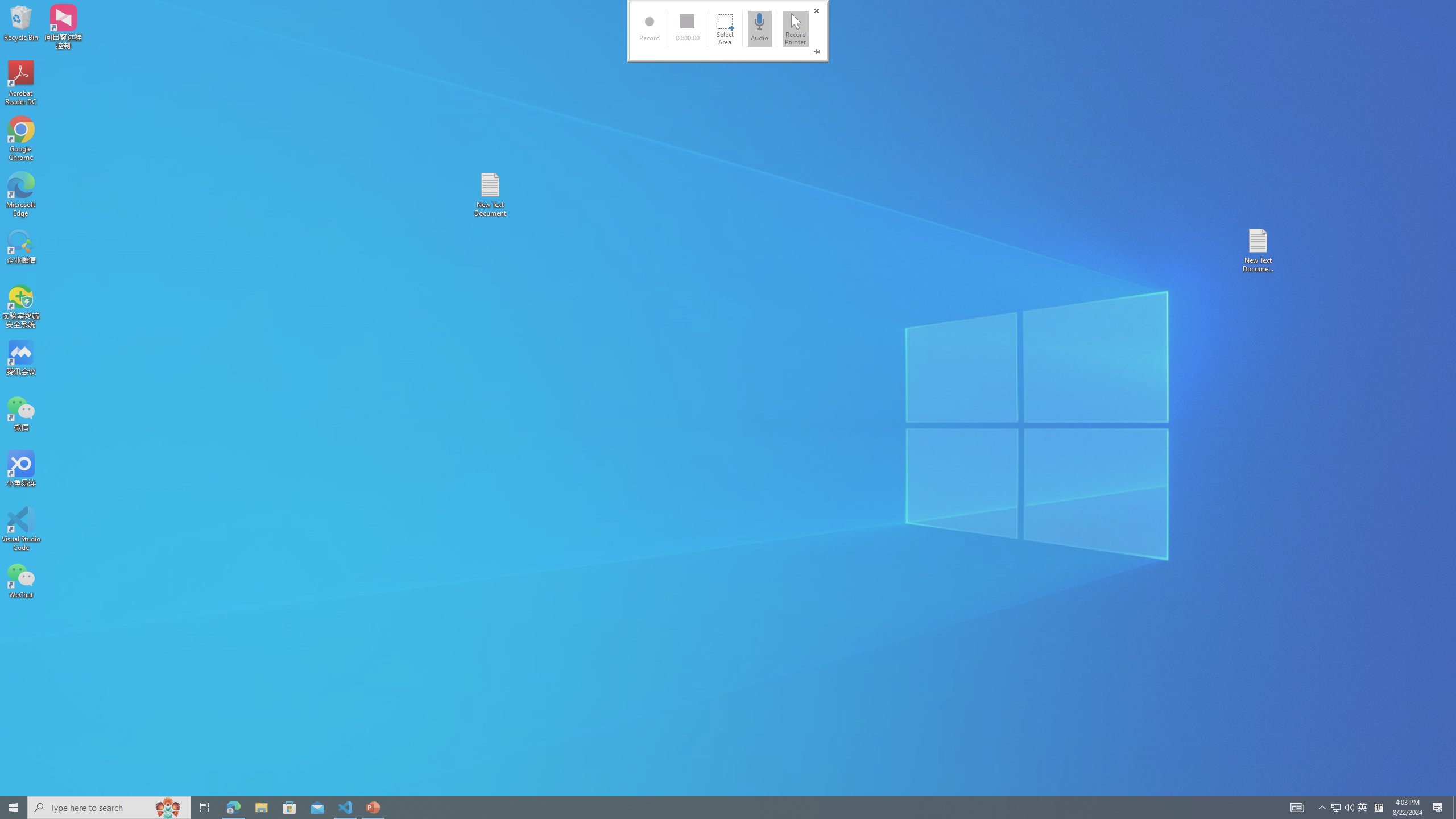 Image resolution: width=1456 pixels, height=819 pixels. I want to click on 'Select Area', so click(724, 28).